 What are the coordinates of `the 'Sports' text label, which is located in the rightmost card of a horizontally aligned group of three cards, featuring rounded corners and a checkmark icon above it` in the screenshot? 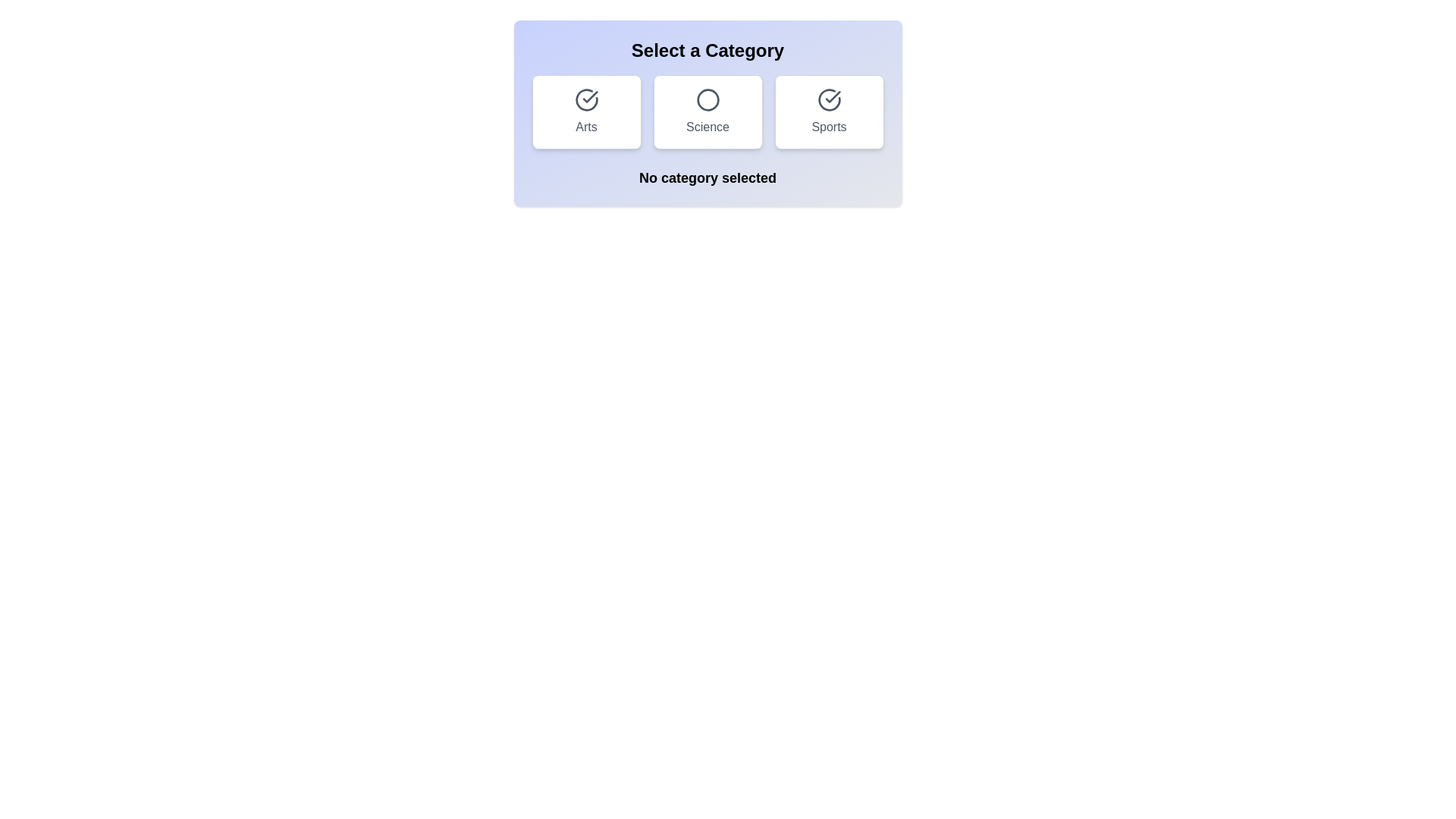 It's located at (828, 127).